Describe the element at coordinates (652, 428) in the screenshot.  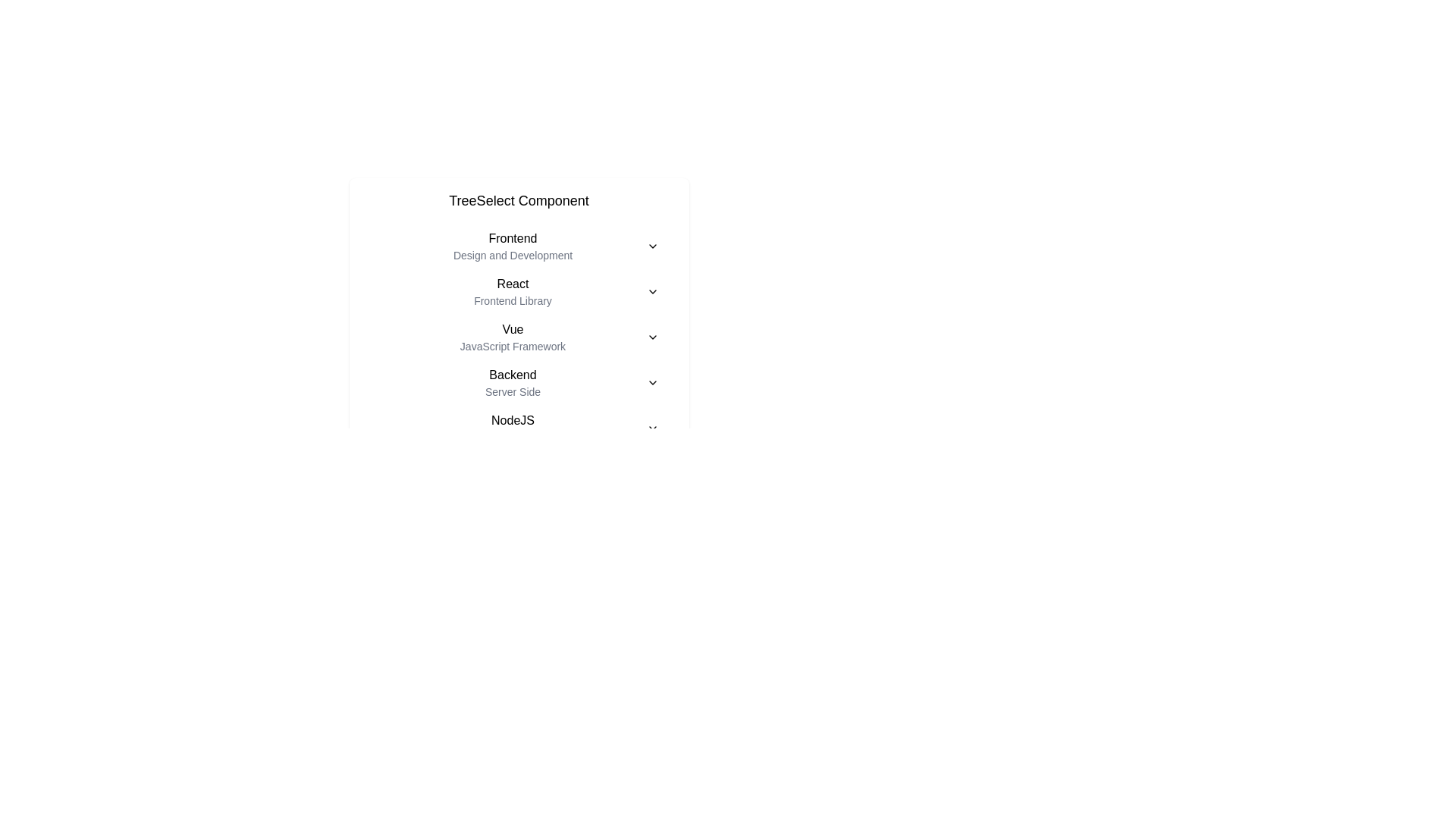
I see `the chevron icon` at that location.